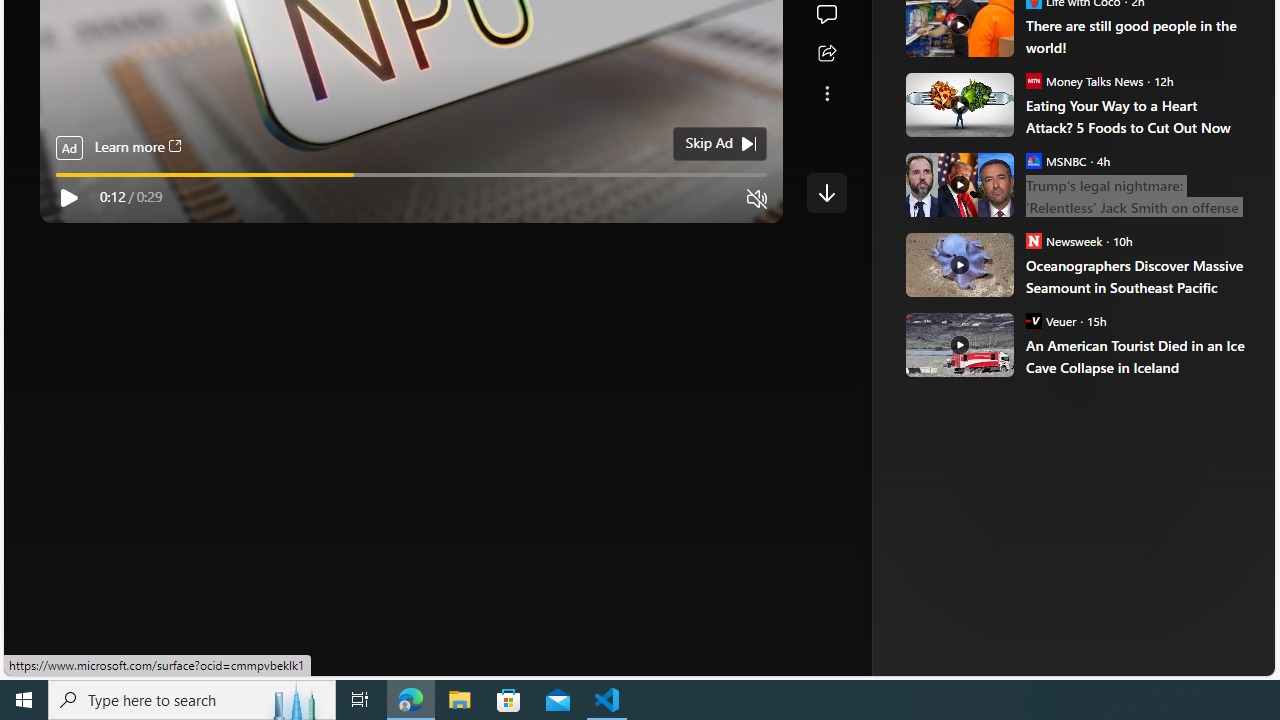  Describe the element at coordinates (1136, 116) in the screenshot. I see `'Eating Your Way to a Heart Attack? 5 Foods to Cut Out Now'` at that location.